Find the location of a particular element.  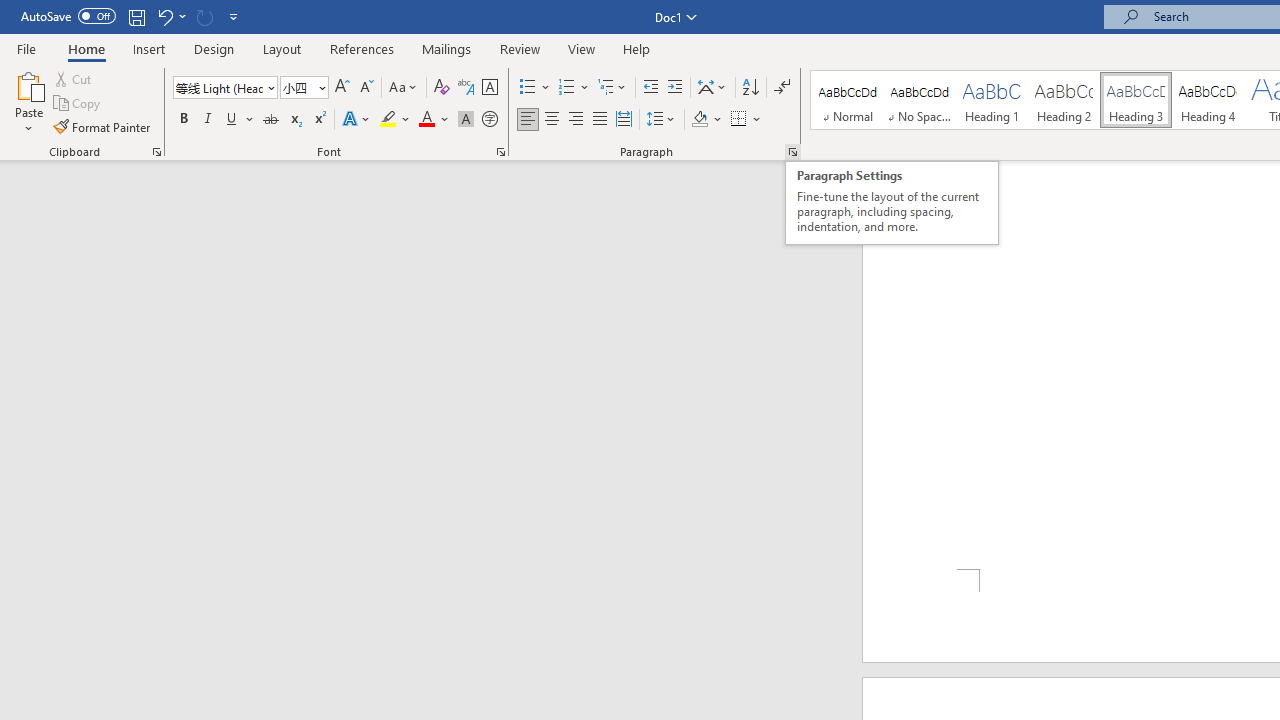

'Cut' is located at coordinates (74, 78).